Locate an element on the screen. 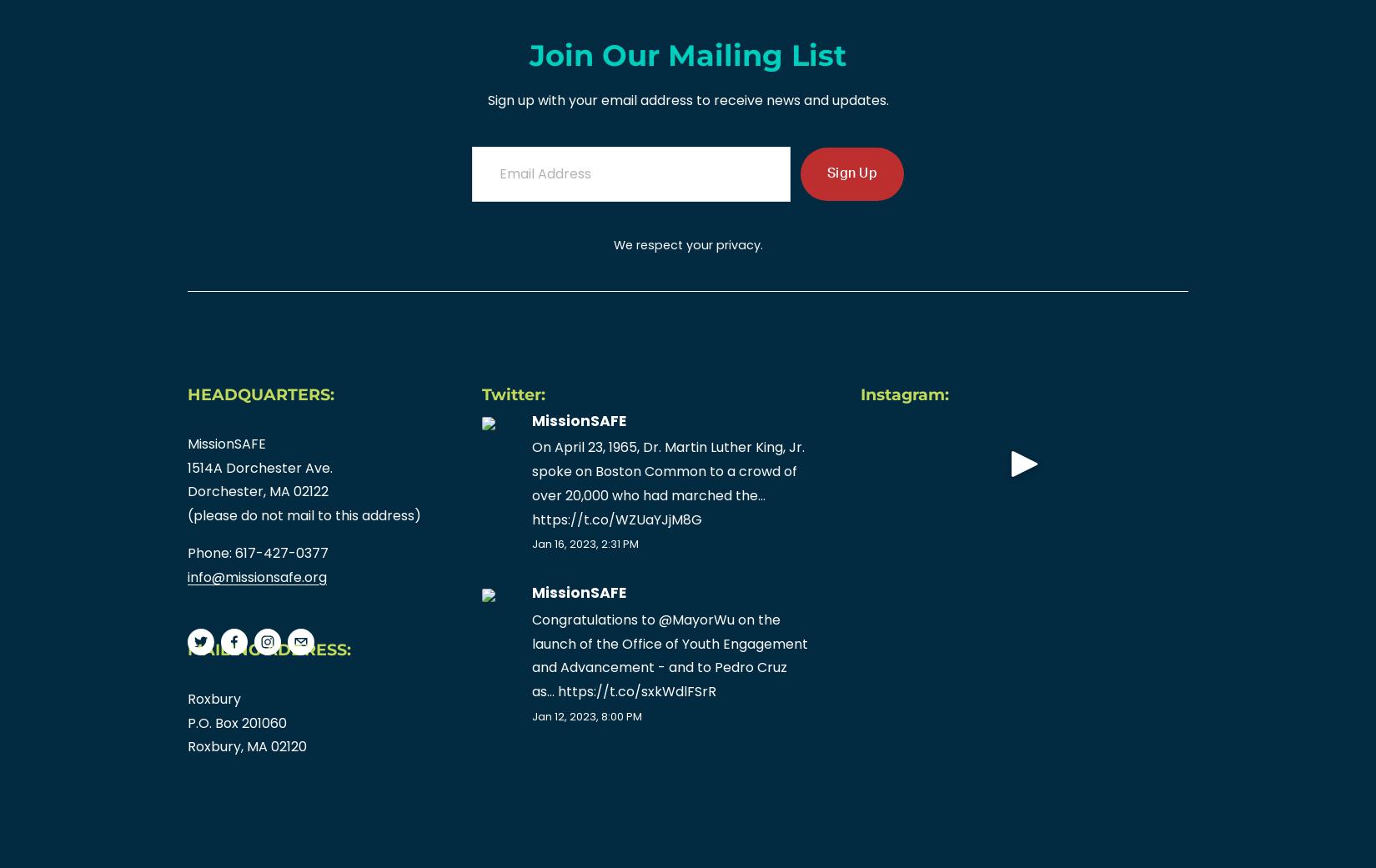 The width and height of the screenshot is (1376, 868). 'P.O. Box 201060' is located at coordinates (188, 721).